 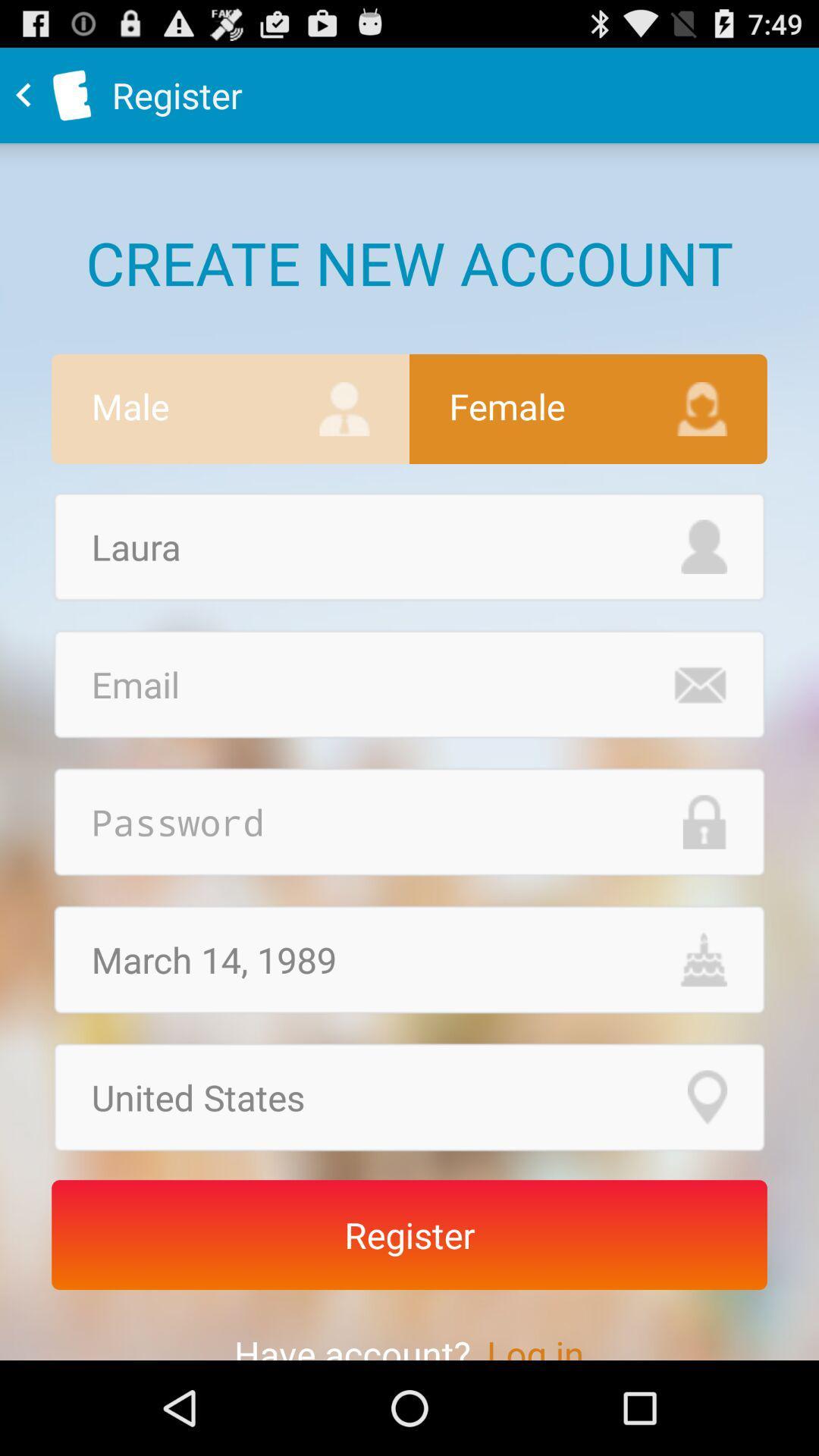 What do you see at coordinates (409, 1324) in the screenshot?
I see `the text have account log in which is below register` at bounding box center [409, 1324].